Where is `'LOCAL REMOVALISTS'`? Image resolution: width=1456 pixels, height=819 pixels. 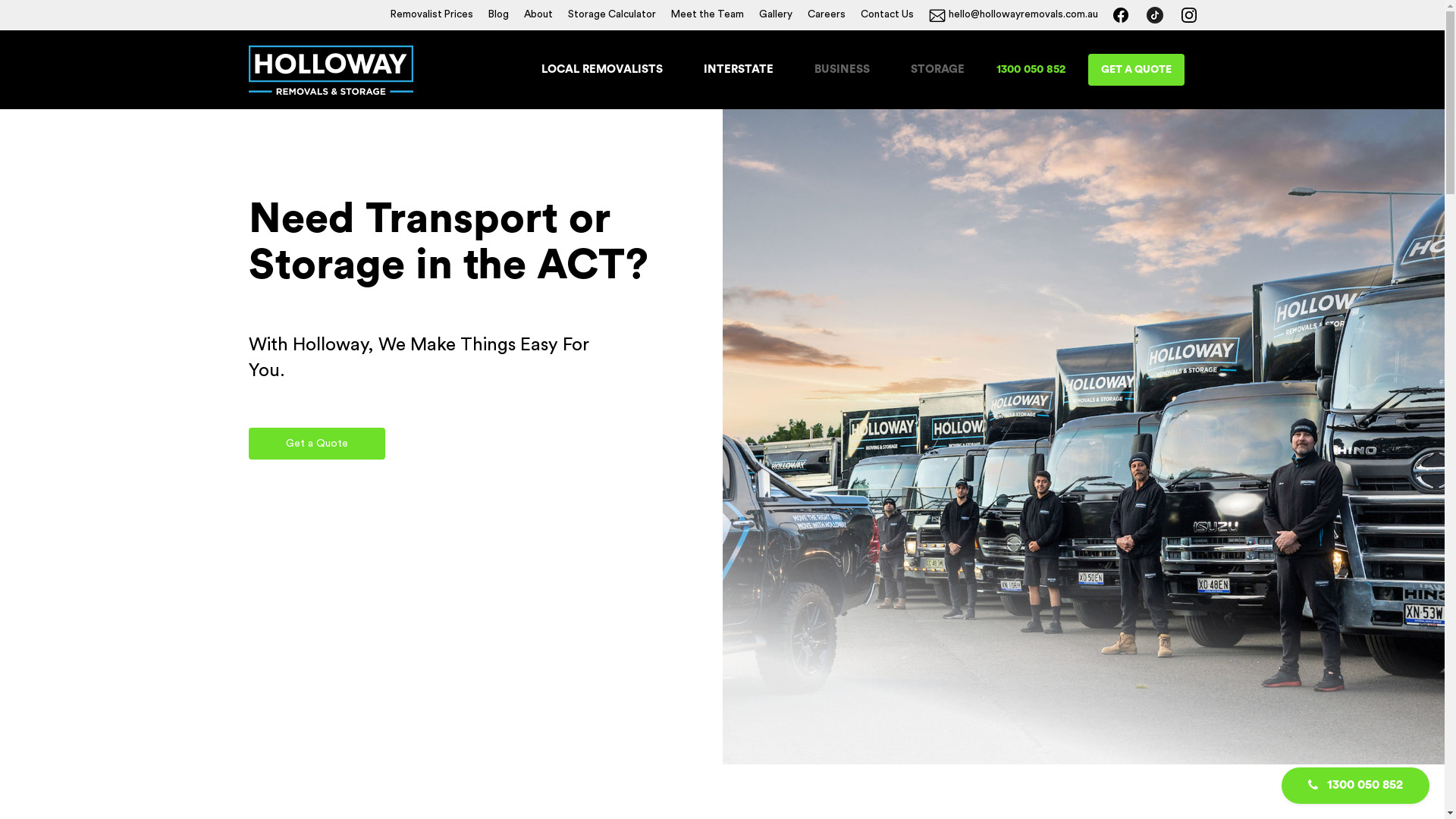 'LOCAL REMOVALISTS' is located at coordinates (601, 69).